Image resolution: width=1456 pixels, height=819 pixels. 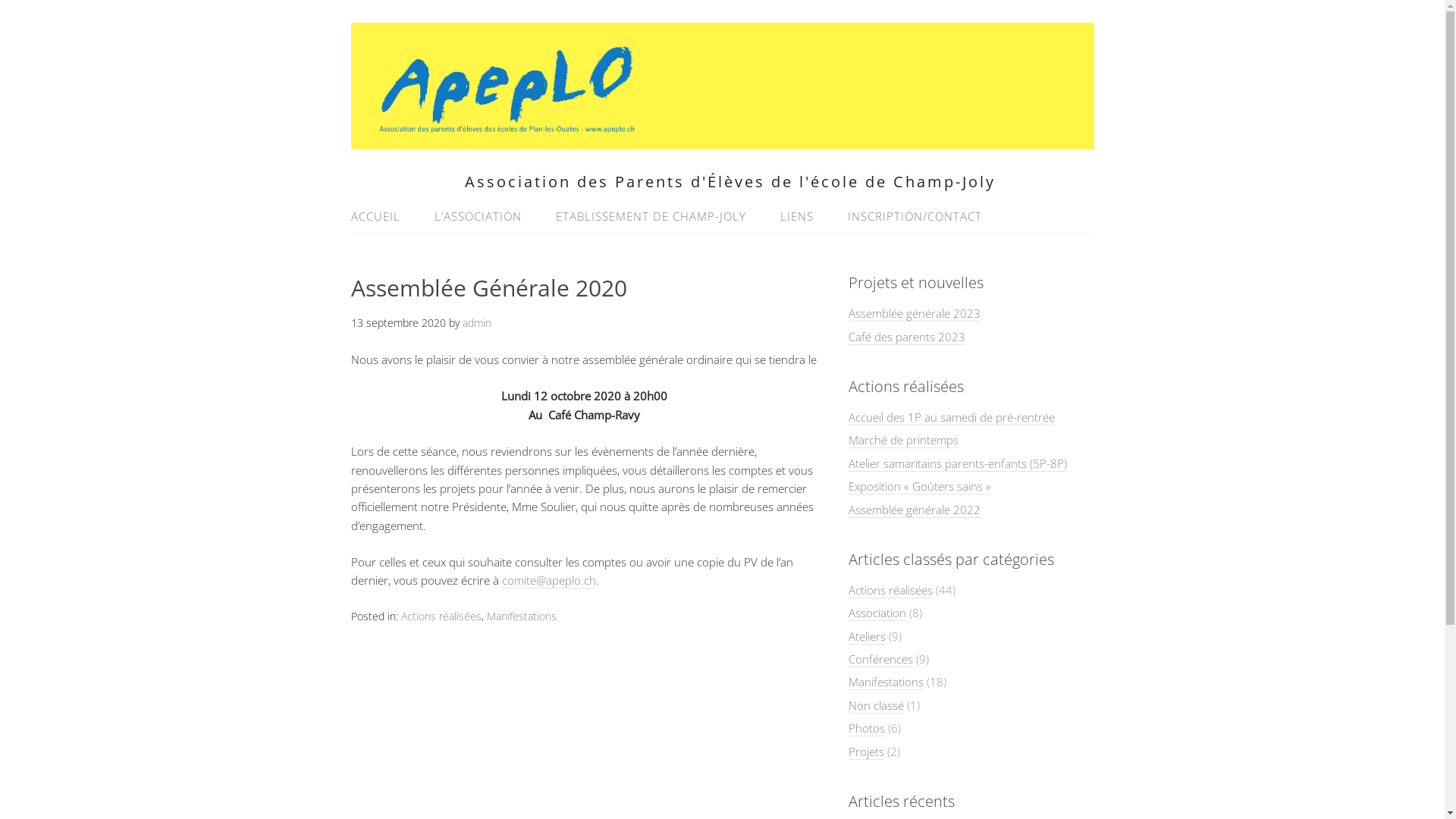 What do you see at coordinates (502, 580) in the screenshot?
I see `'comite@apeplo.ch'` at bounding box center [502, 580].